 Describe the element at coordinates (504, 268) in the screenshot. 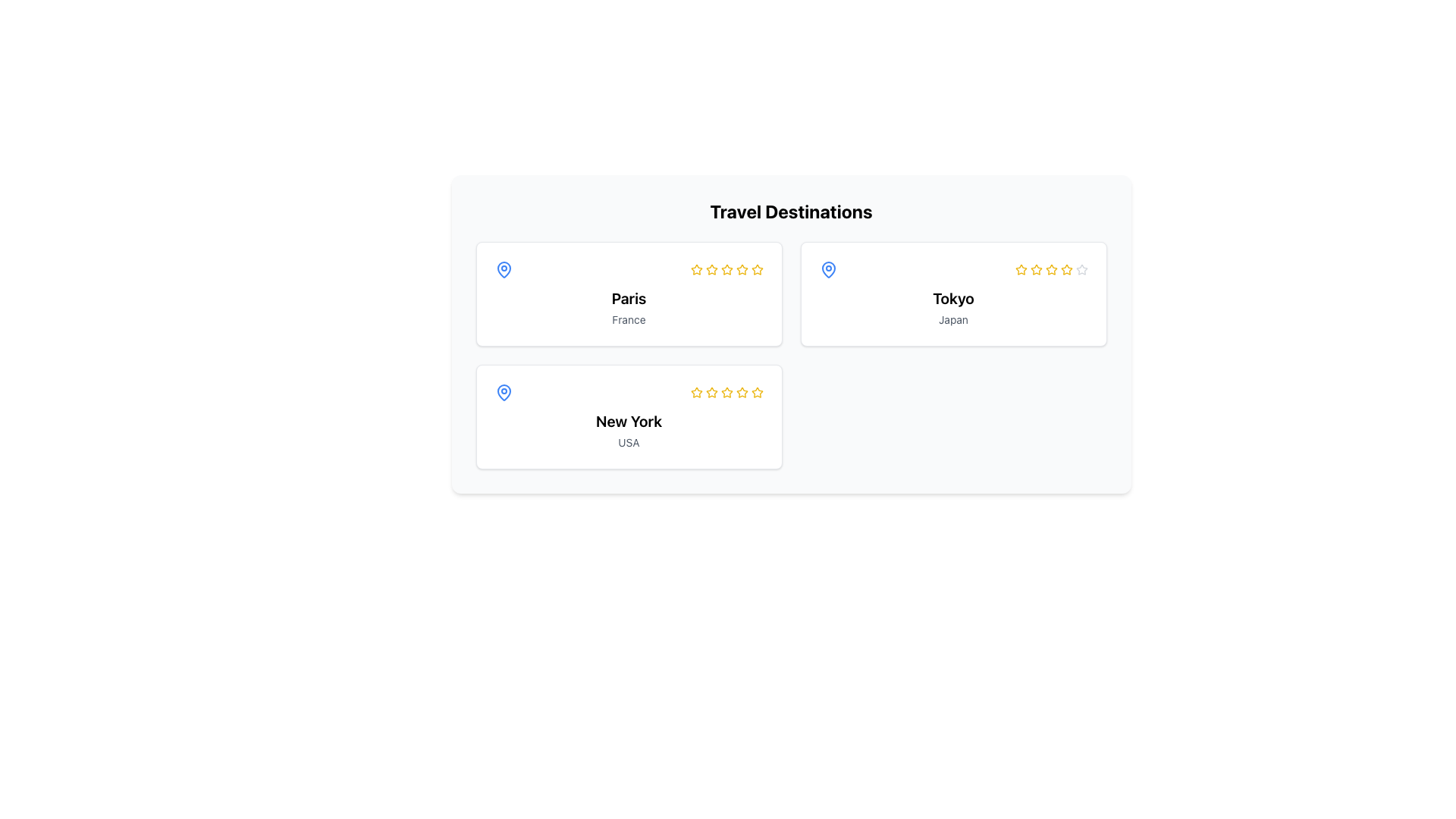

I see `the Icon that visually indicates the location associated with the 'Paris' card in the 'Travel Destinations' section, positioned in the top-left corner of the card` at that location.